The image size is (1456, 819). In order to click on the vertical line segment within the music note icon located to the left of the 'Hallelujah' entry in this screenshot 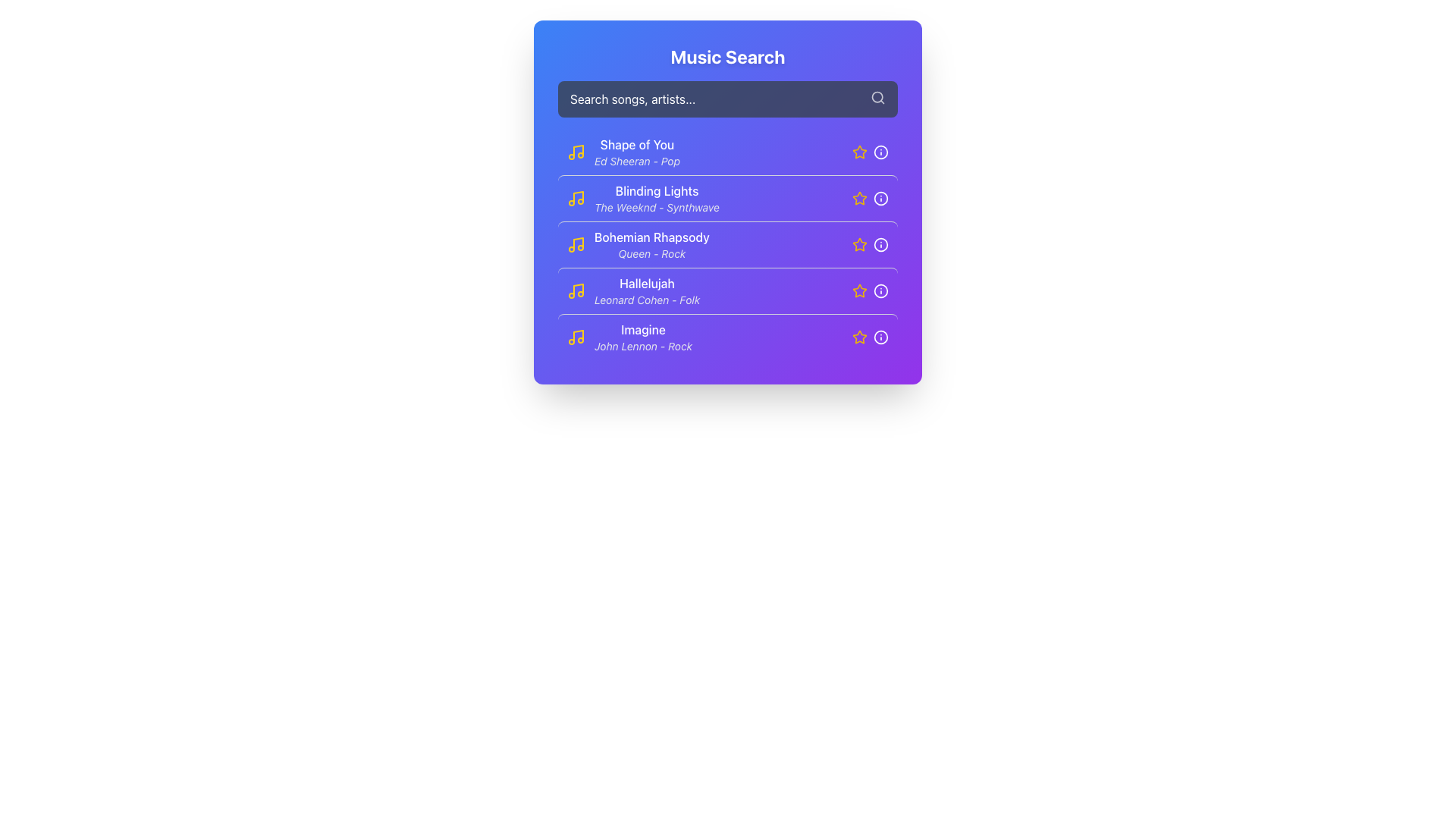, I will do `click(578, 290)`.